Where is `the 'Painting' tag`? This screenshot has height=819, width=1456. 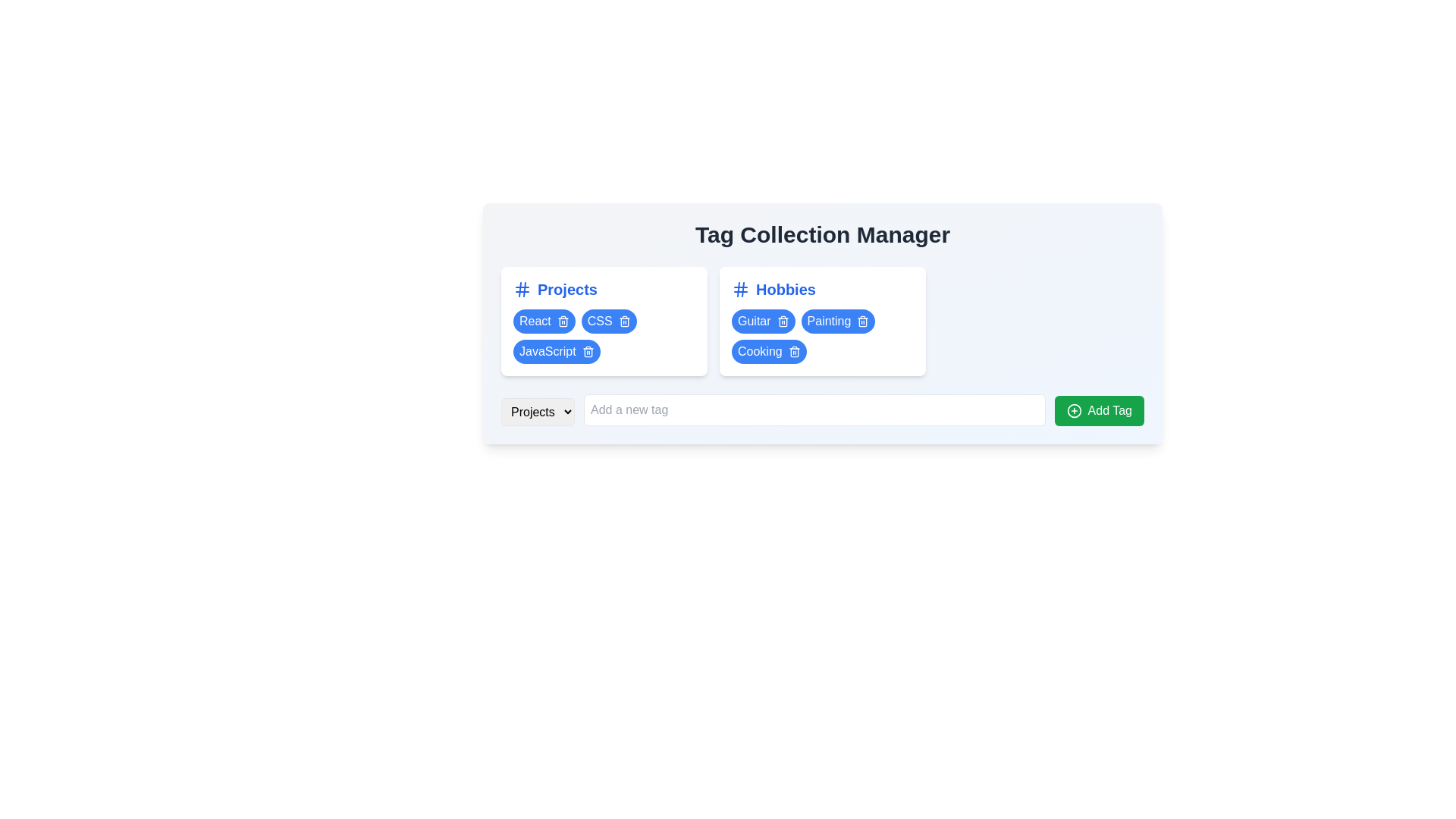
the 'Painting' tag is located at coordinates (837, 321).